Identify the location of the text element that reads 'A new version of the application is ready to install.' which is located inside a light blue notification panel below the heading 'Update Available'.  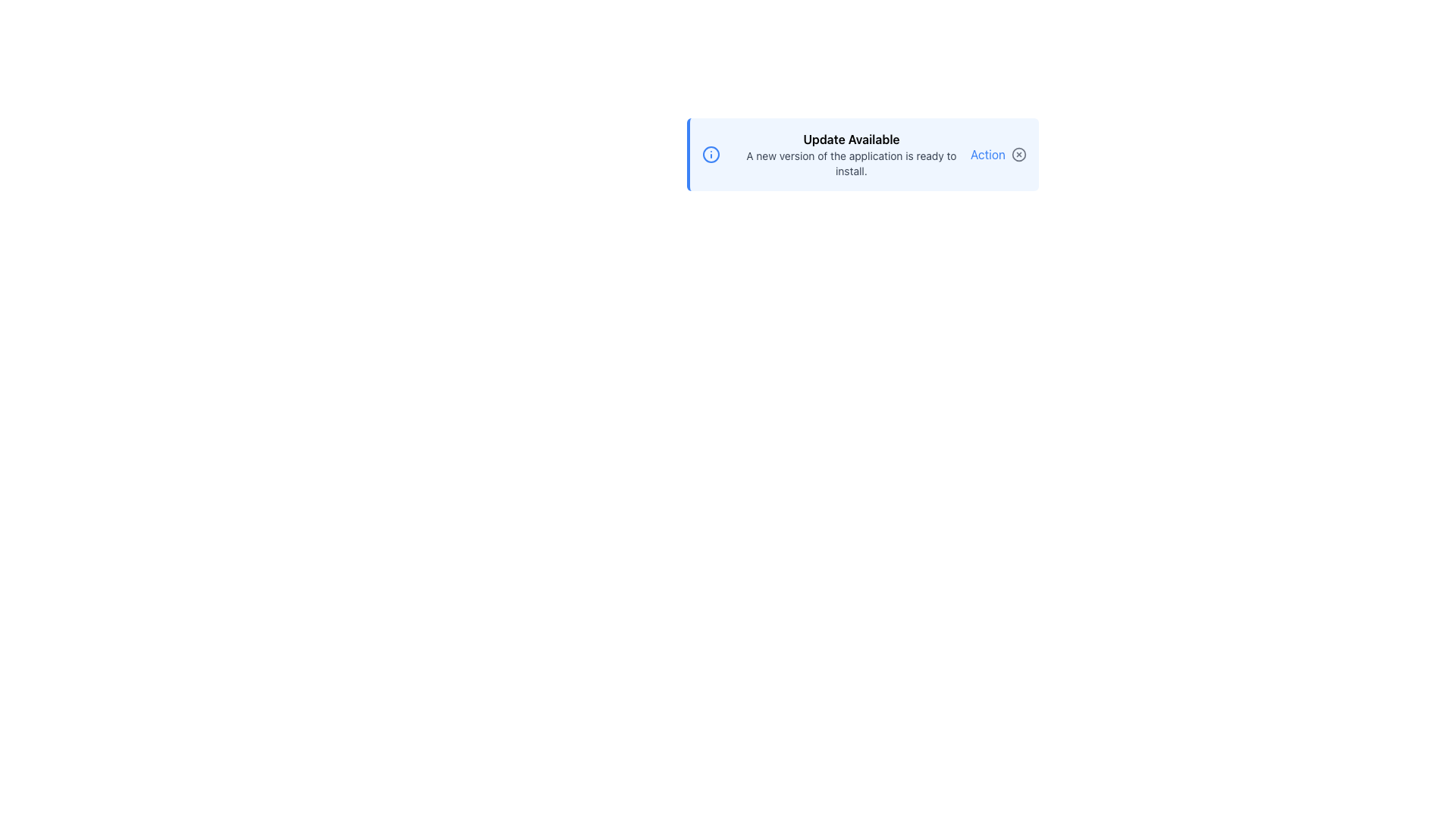
(852, 164).